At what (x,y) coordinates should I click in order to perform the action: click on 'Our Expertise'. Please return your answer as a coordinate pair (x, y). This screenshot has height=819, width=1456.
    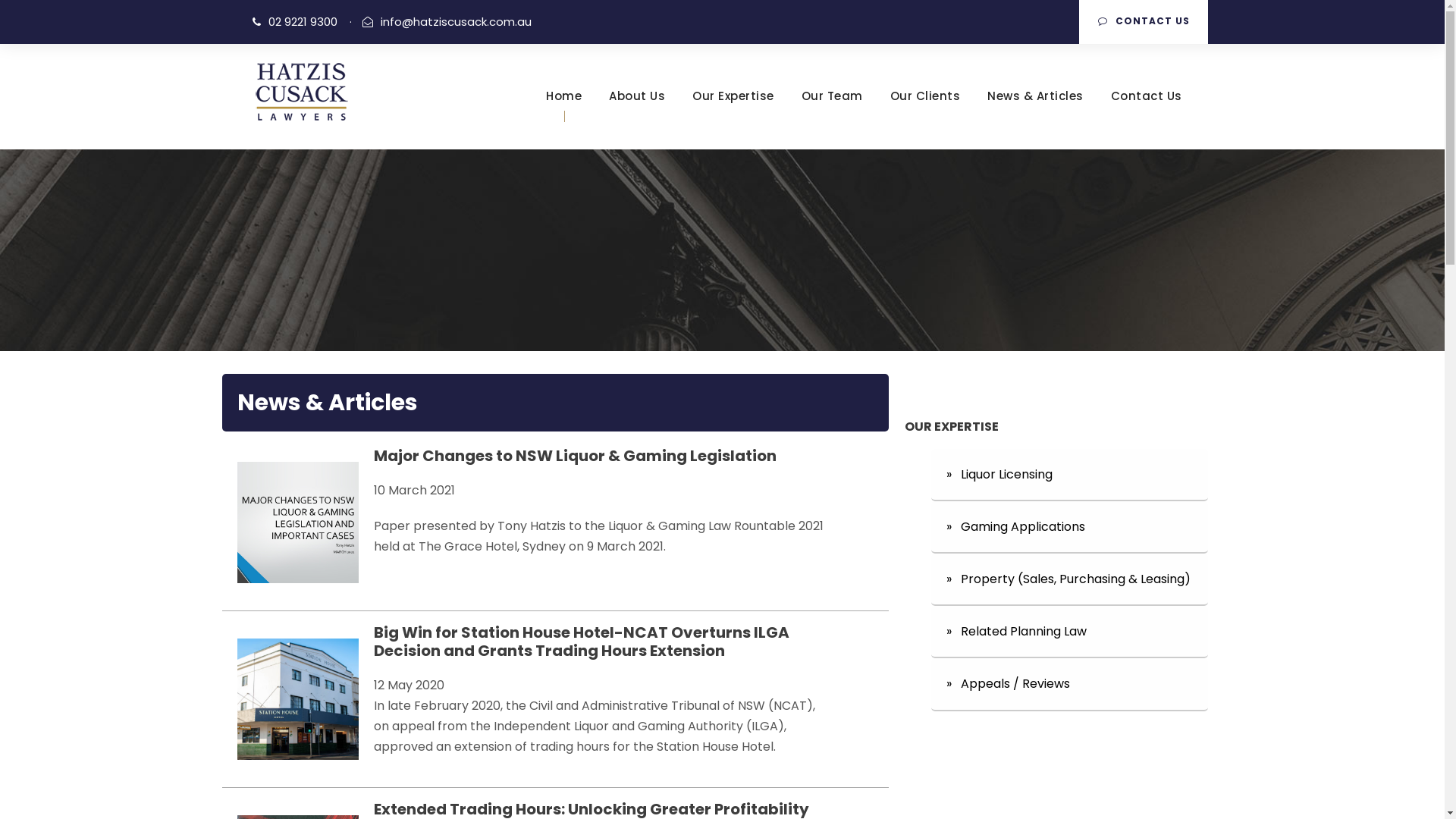
    Looking at the image, I should click on (733, 117).